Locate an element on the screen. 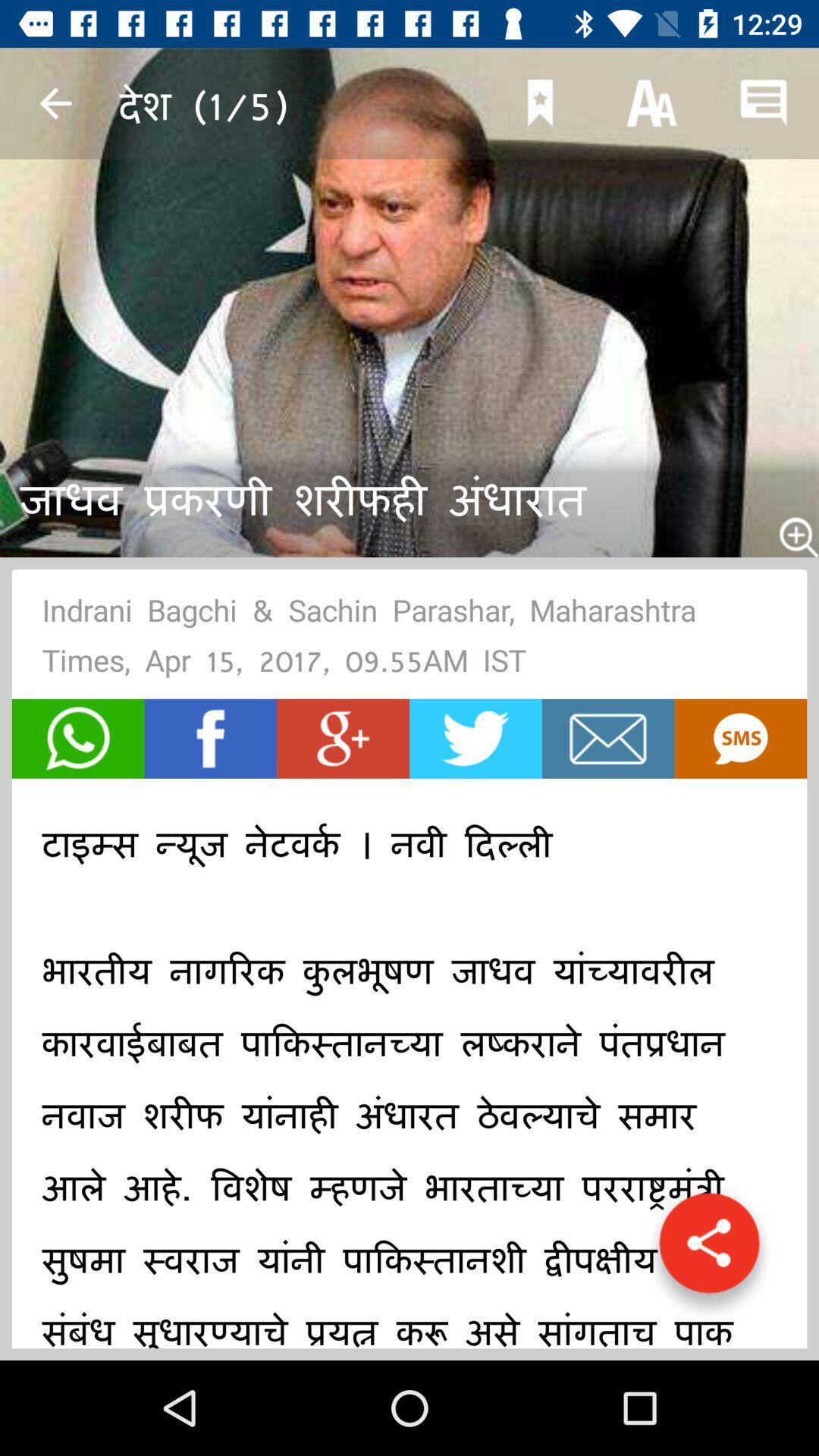 The image size is (819, 1456). tweet article is located at coordinates (475, 739).